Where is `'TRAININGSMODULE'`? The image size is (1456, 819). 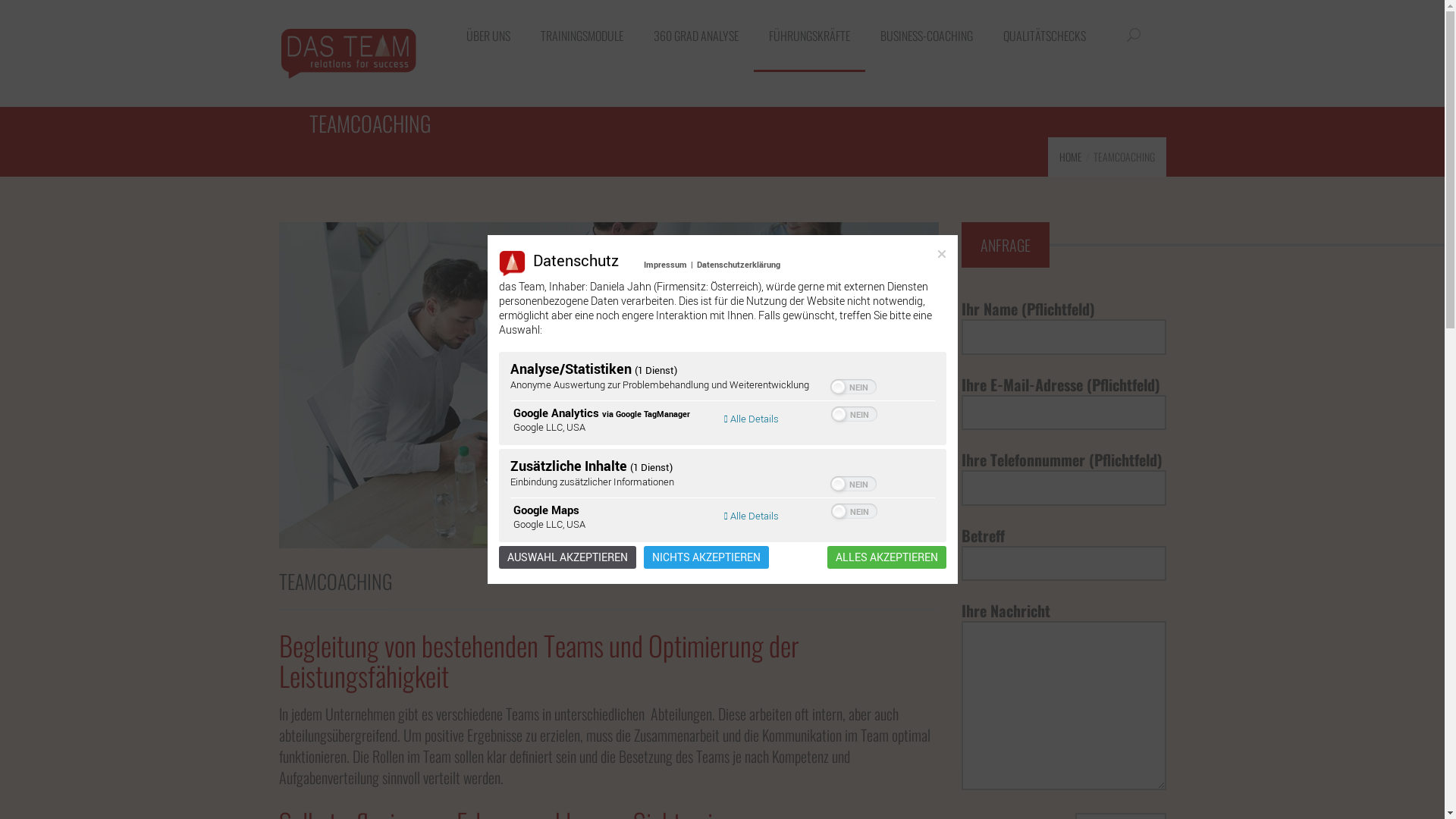
'TRAININGSMODULE' is located at coordinates (580, 35).